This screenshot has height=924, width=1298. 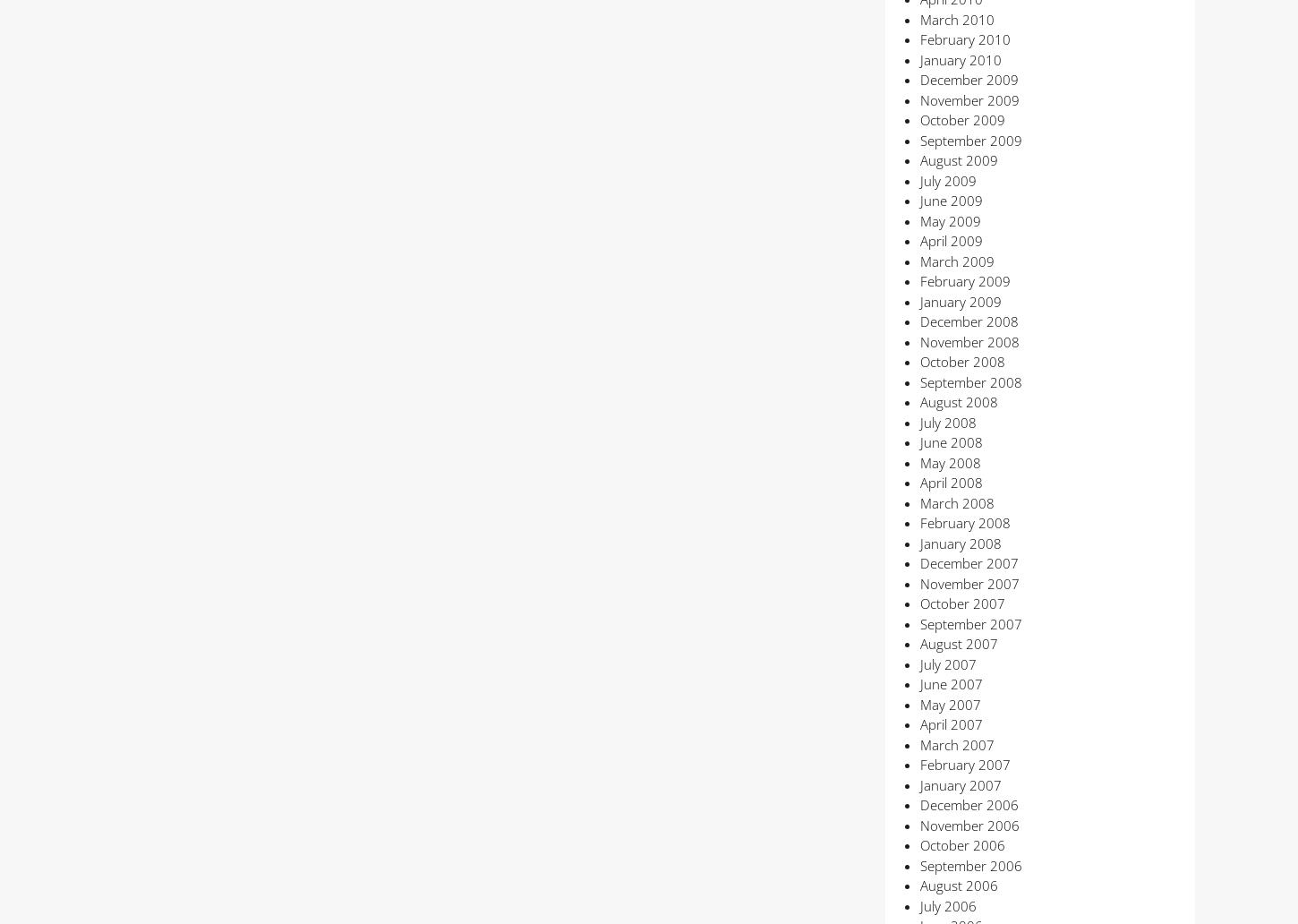 I want to click on 'December 2006', so click(x=968, y=804).